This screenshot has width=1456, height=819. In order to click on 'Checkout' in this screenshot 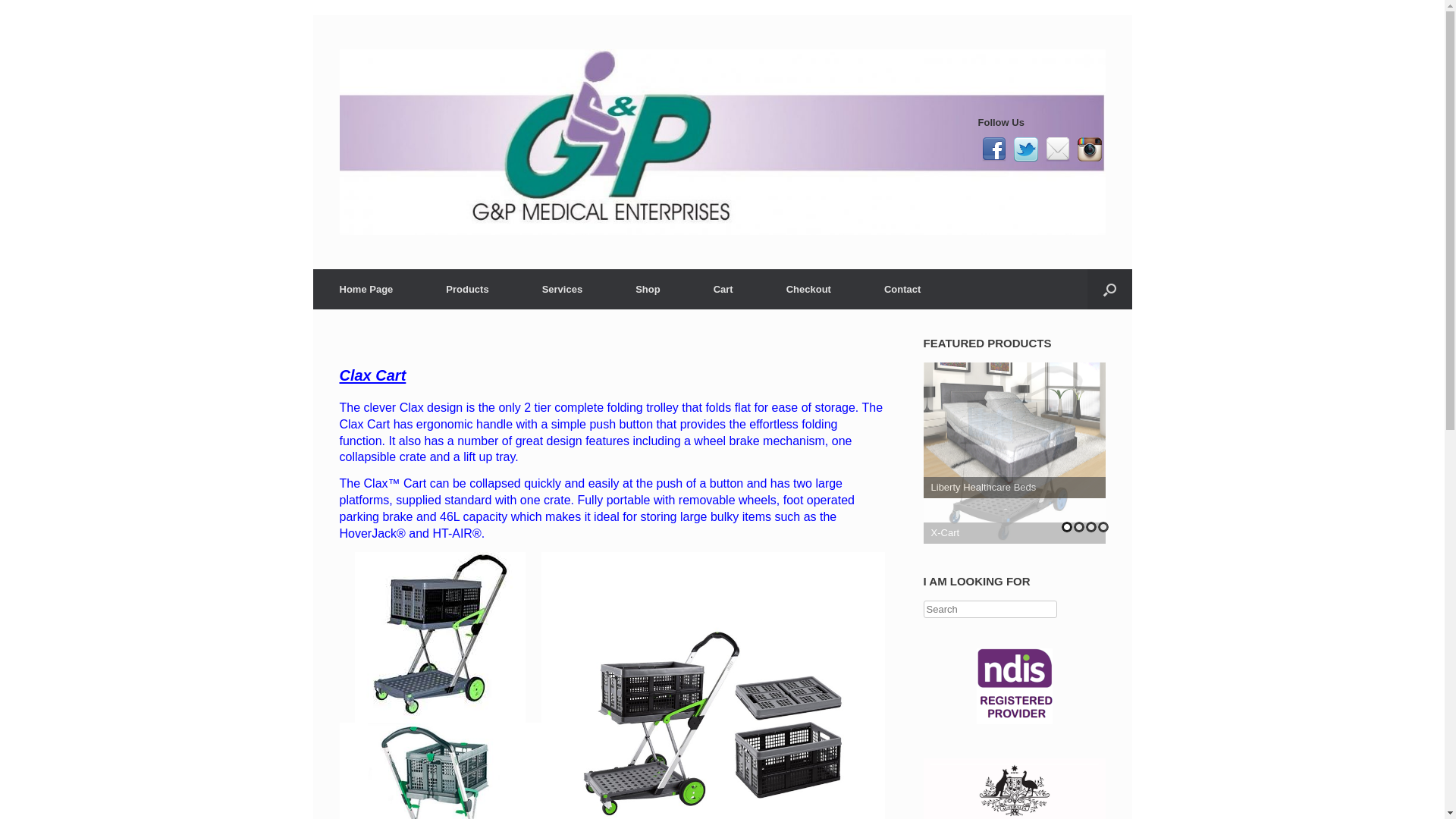, I will do `click(808, 289)`.